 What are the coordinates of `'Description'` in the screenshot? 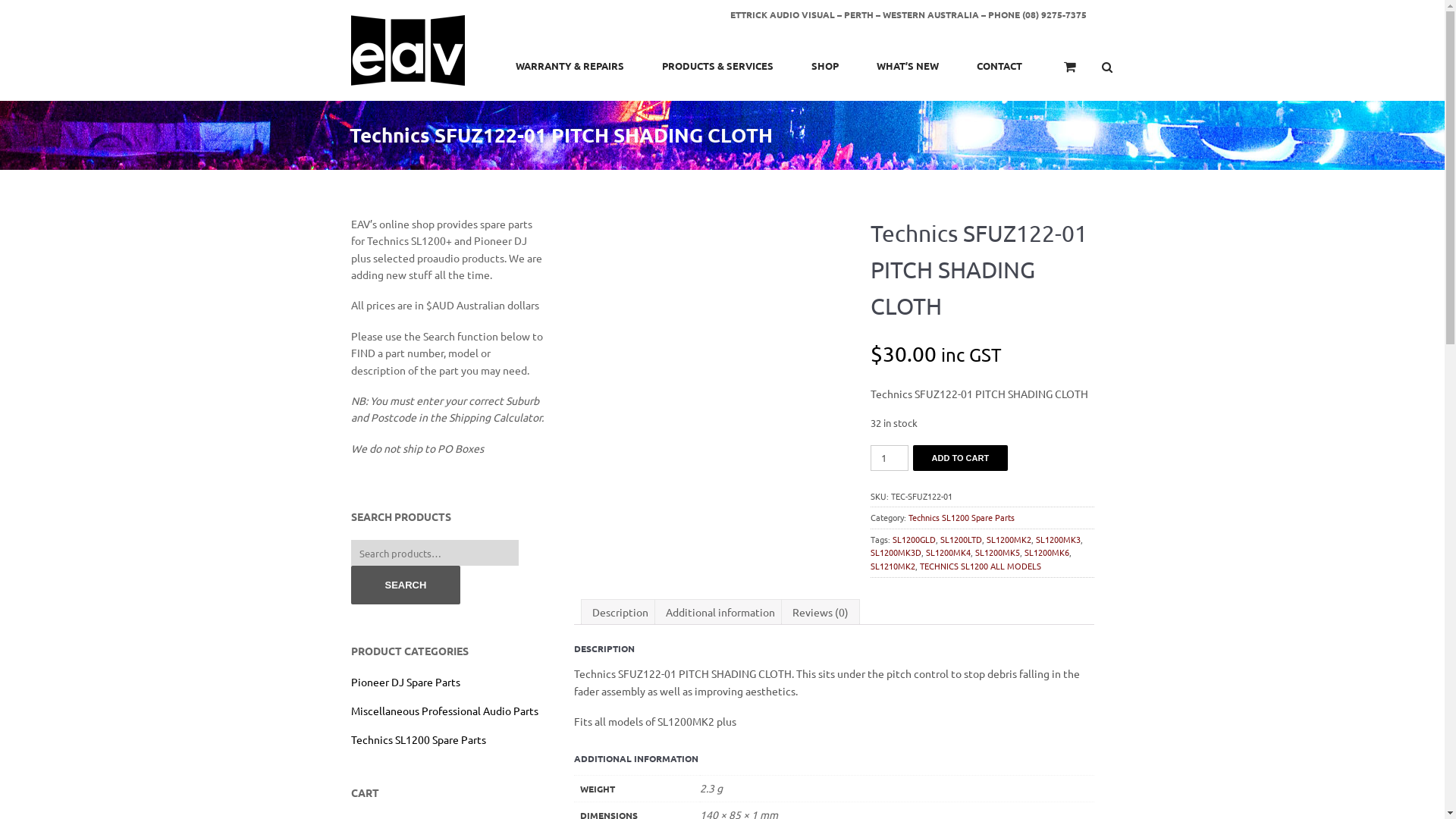 It's located at (619, 610).